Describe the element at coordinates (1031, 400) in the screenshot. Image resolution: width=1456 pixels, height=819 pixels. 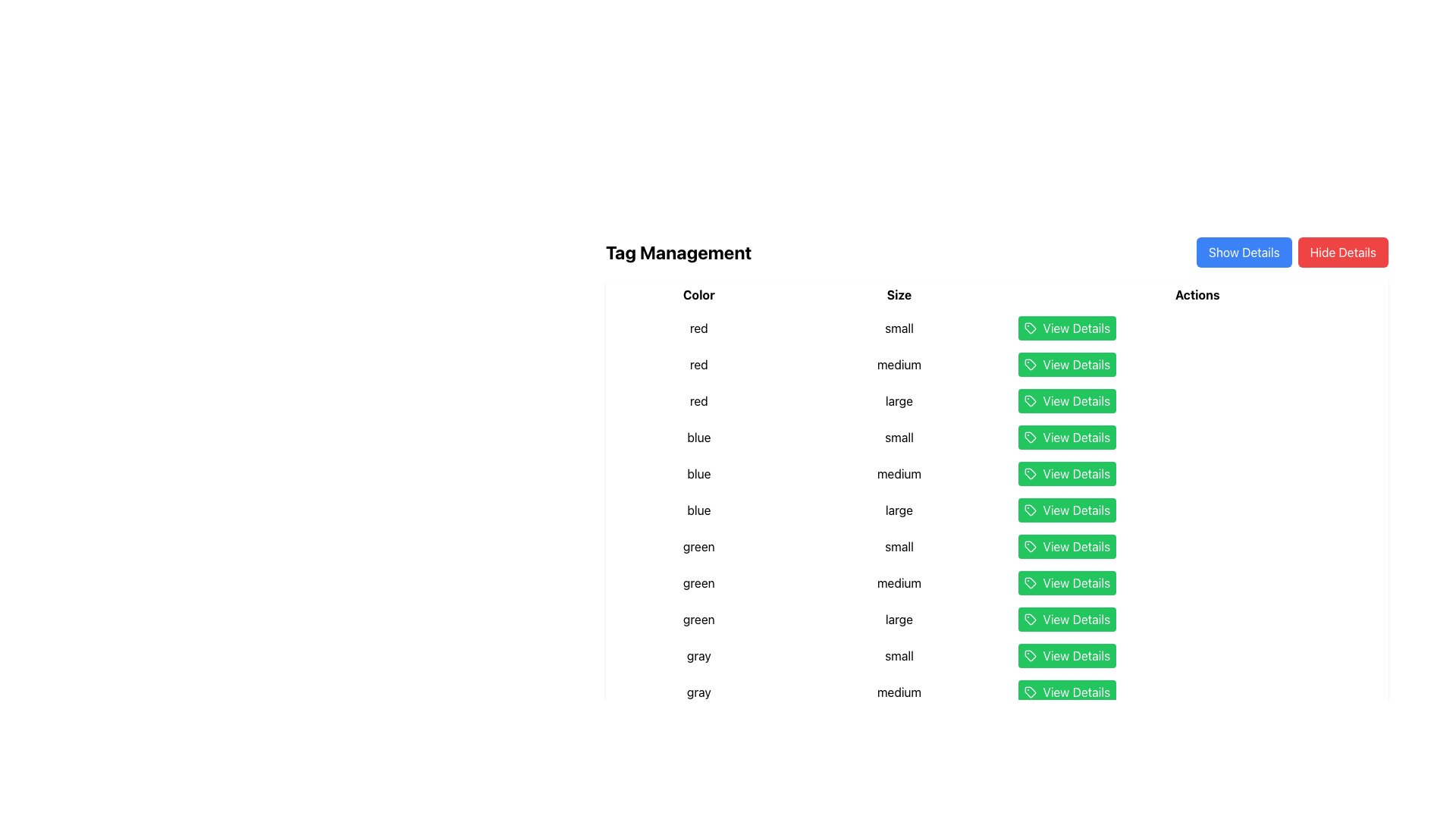
I see `the tag-shaped icon that is part of the 'View Details' button, located on the right-hand side of a table row in the Actions column, adjacent to the text 'View Details'` at that location.